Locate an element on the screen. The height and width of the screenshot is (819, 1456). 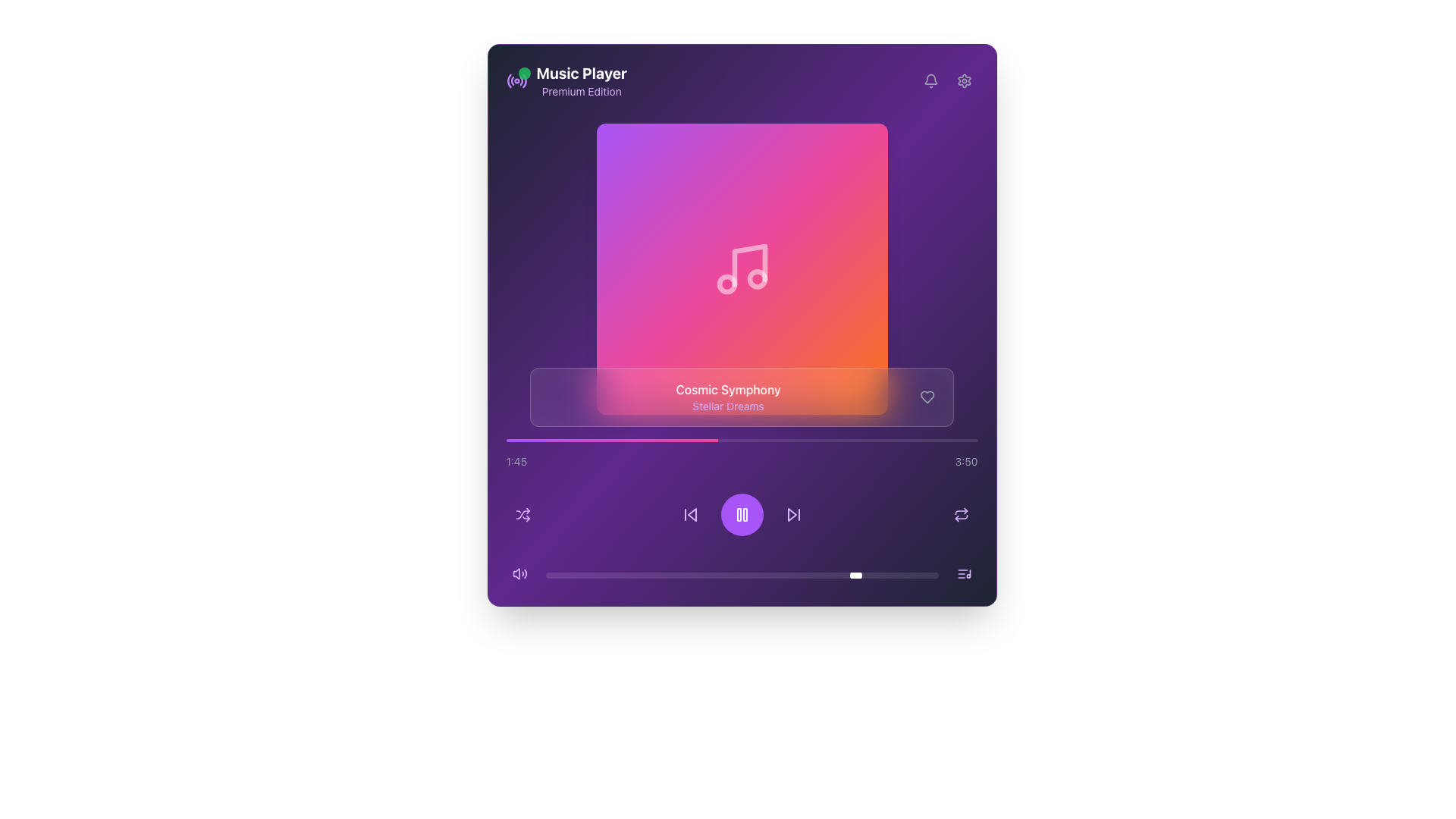
the 'like' button (icon-based) is located at coordinates (927, 397).